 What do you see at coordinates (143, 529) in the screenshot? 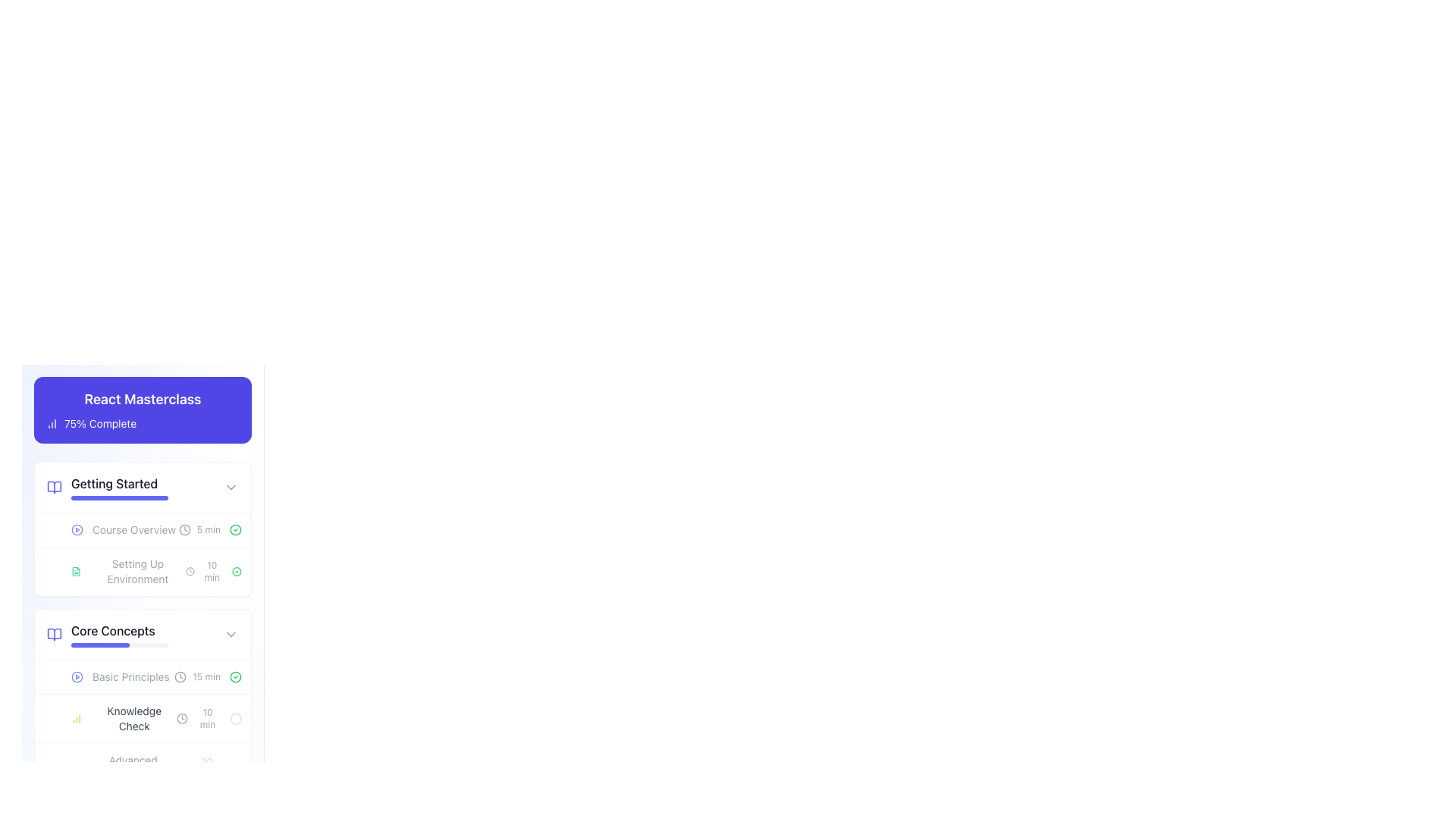
I see `the first list item under 'Getting Started' that shows the course overview with a blue play-circle icon and a gray clock icon` at bounding box center [143, 529].